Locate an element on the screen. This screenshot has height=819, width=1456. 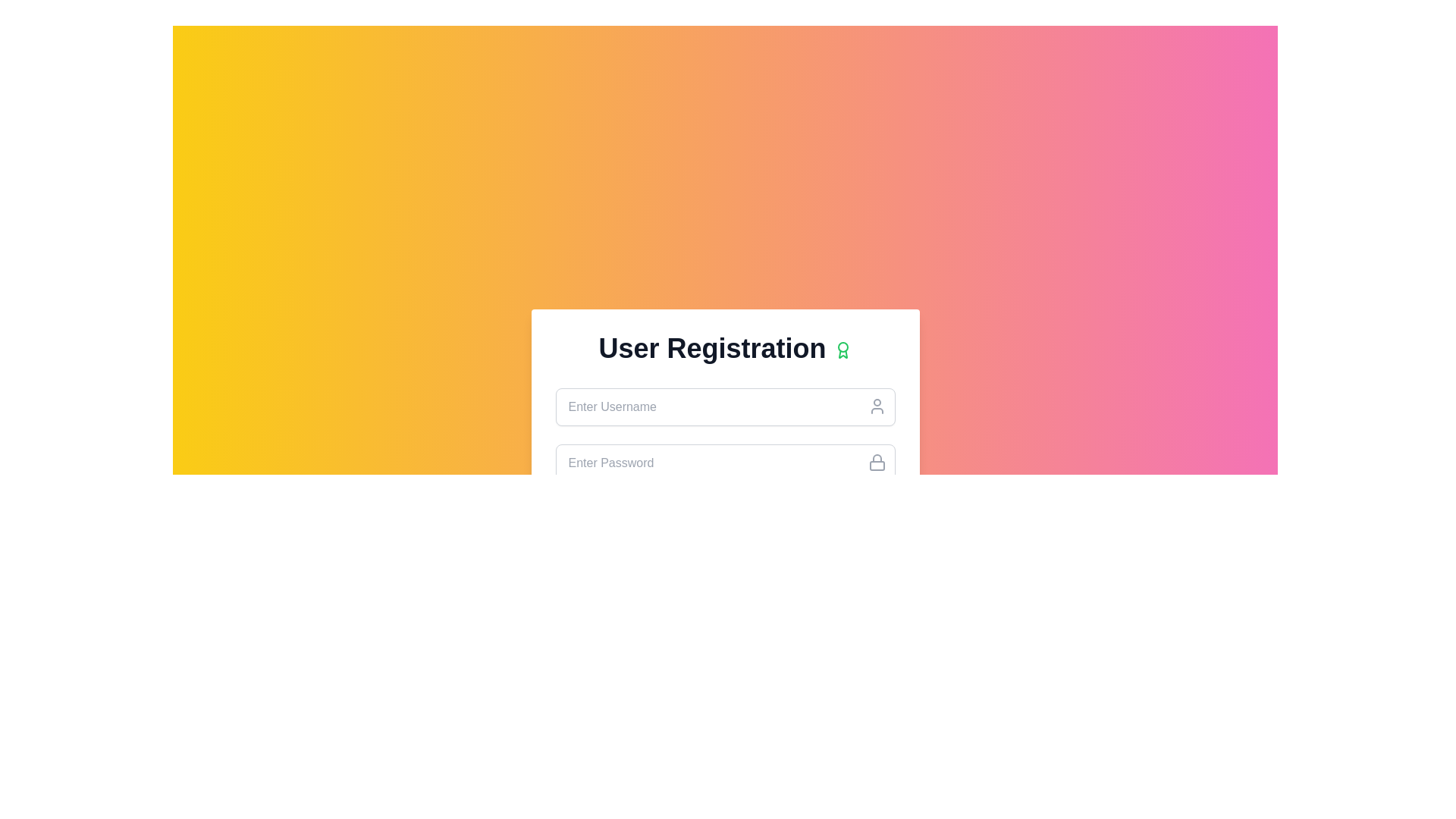
the Decorative icon element that visually represents a lock's body, indicating security or password input functionality is located at coordinates (877, 465).